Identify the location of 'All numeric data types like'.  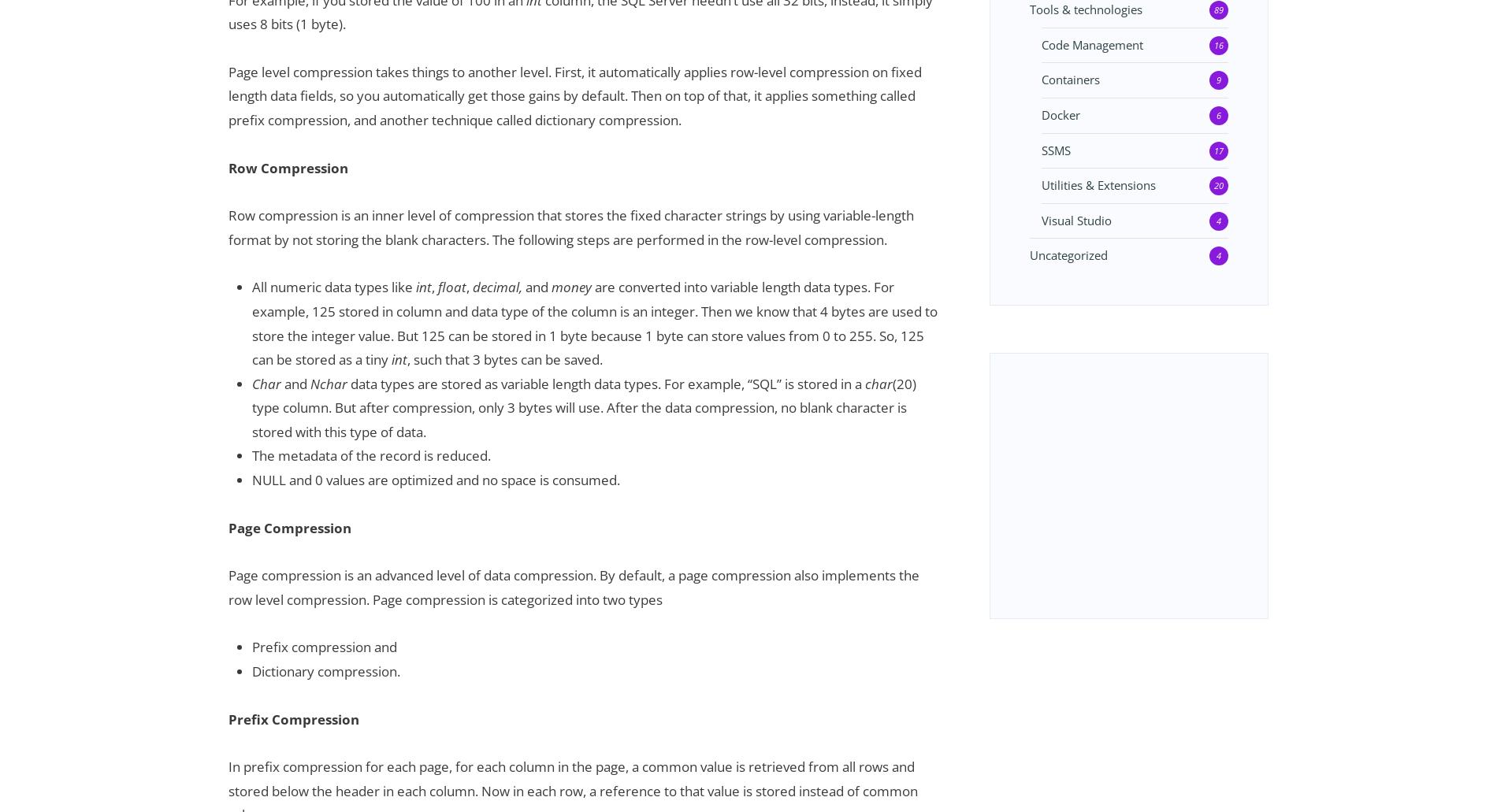
(333, 286).